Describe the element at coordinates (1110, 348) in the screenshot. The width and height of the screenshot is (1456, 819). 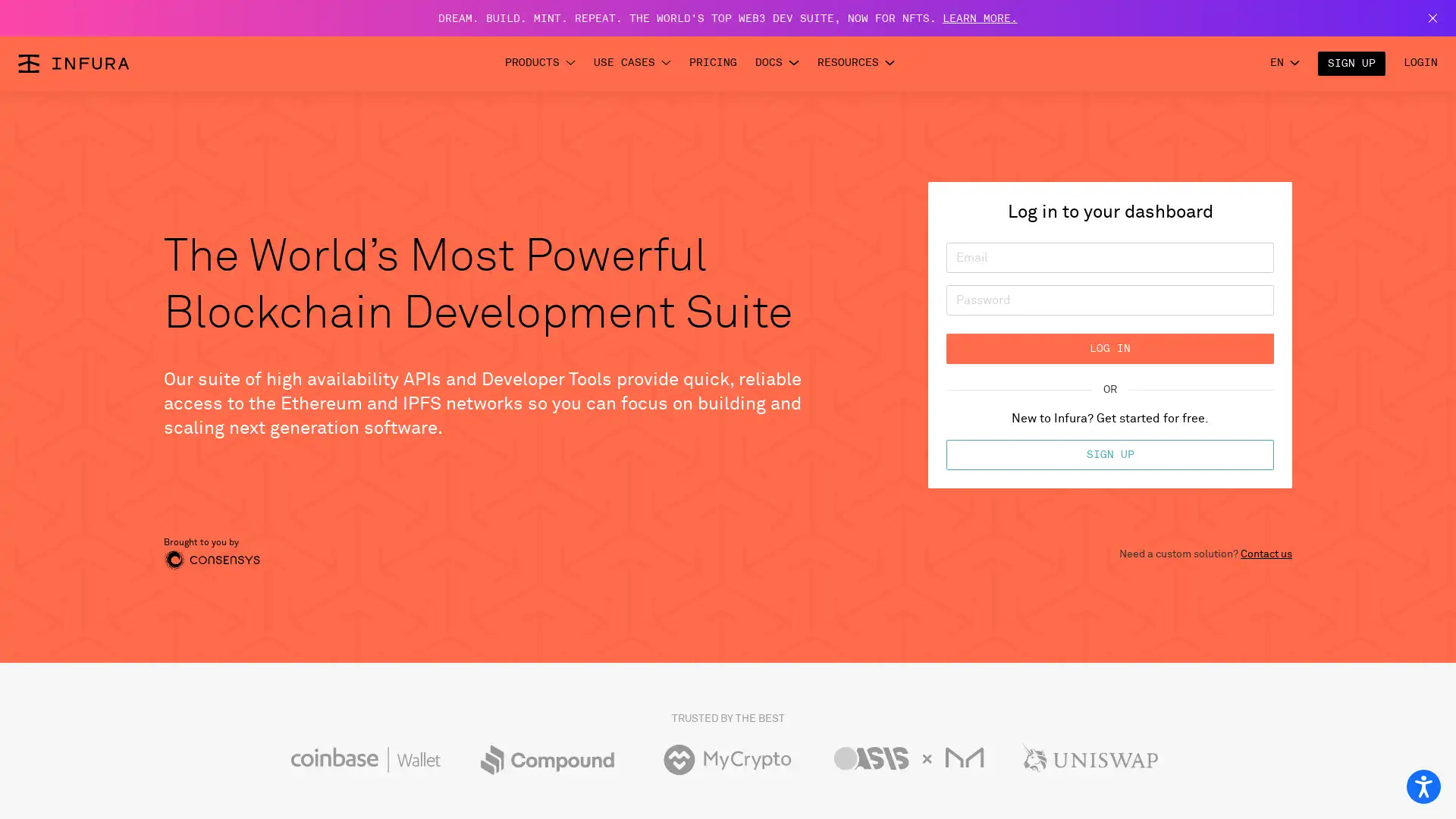
I see `LOG IN` at that location.